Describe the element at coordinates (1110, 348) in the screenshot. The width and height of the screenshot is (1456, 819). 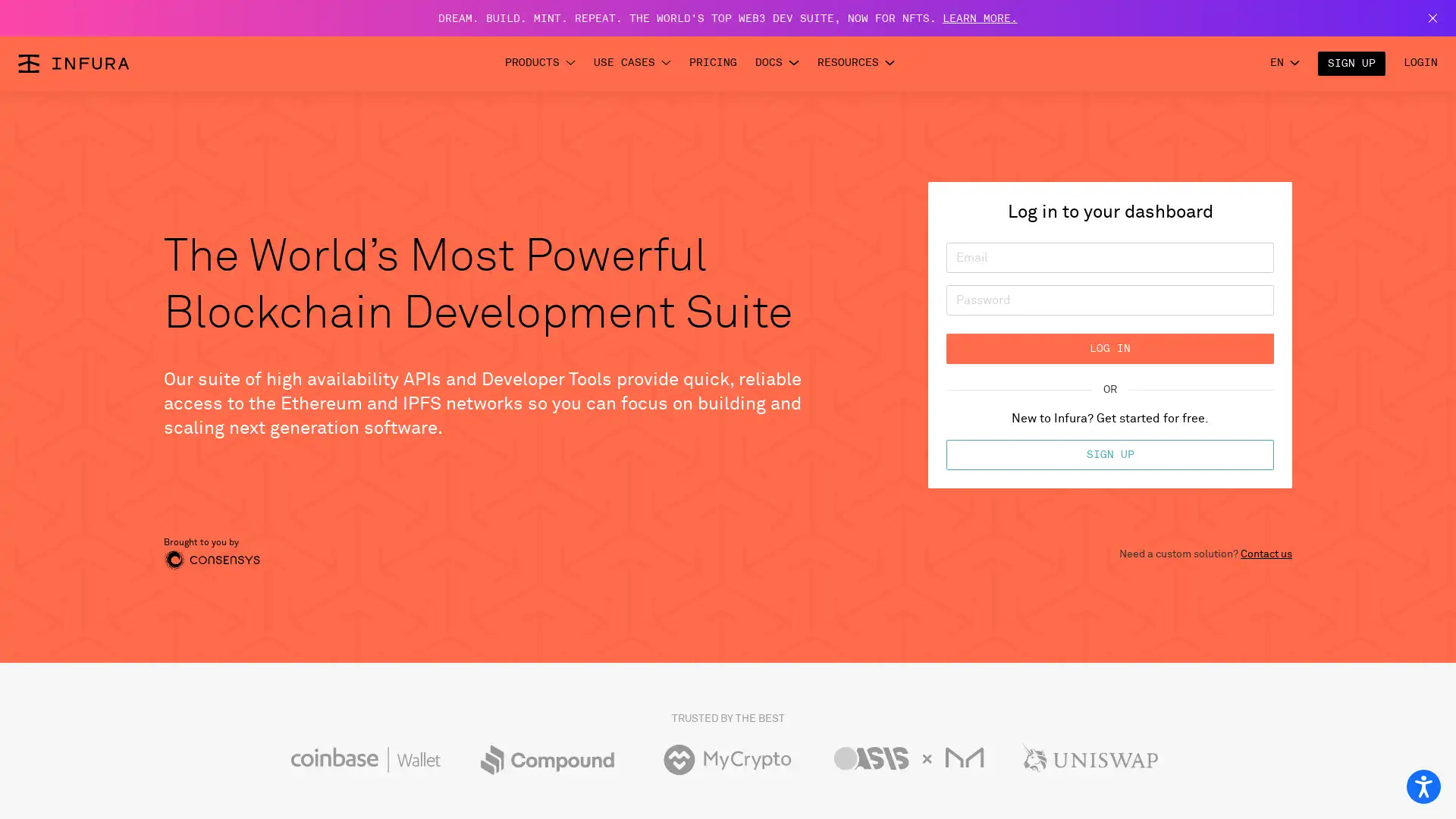
I see `LOG IN` at that location.